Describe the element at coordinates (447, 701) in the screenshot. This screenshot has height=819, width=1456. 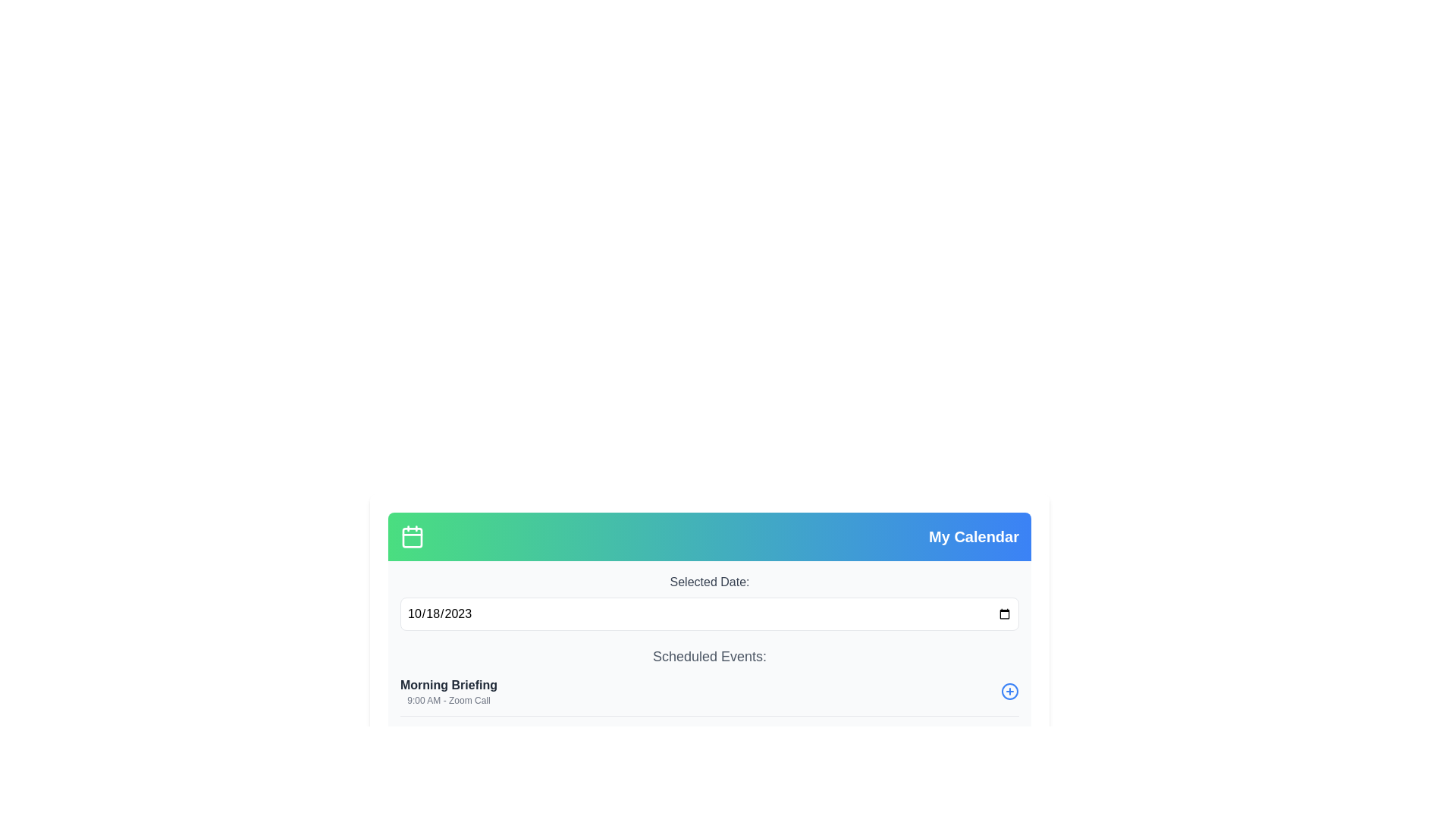
I see `scheduled time and medium (Zoom) information from the text label positioned below 'Morning Briefing' in the 'Scheduled Events' section` at that location.